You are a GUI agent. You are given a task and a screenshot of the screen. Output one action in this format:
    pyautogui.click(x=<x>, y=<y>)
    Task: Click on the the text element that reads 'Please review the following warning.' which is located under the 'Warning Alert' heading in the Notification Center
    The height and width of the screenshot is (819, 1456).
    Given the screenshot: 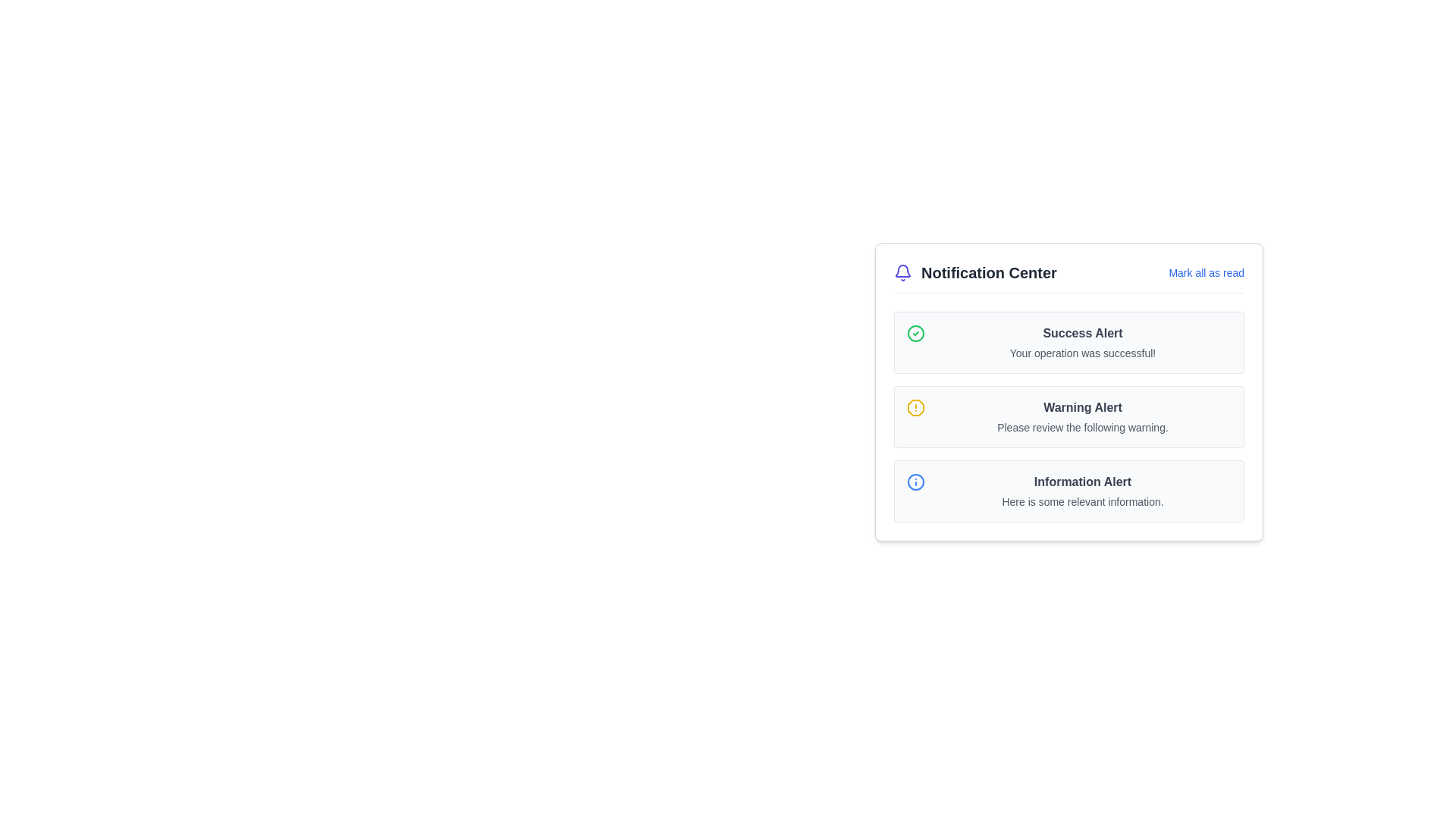 What is the action you would take?
    pyautogui.click(x=1082, y=427)
    